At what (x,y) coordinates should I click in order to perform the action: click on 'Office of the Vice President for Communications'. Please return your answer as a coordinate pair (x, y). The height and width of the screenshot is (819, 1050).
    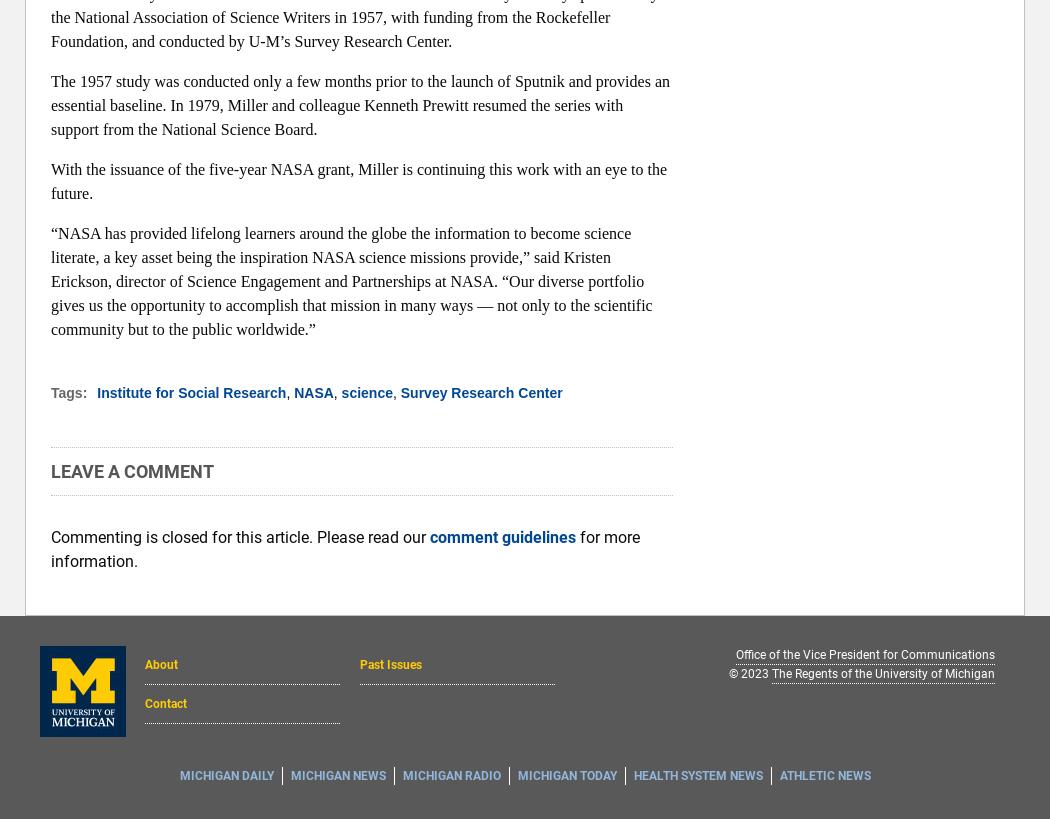
    Looking at the image, I should click on (864, 655).